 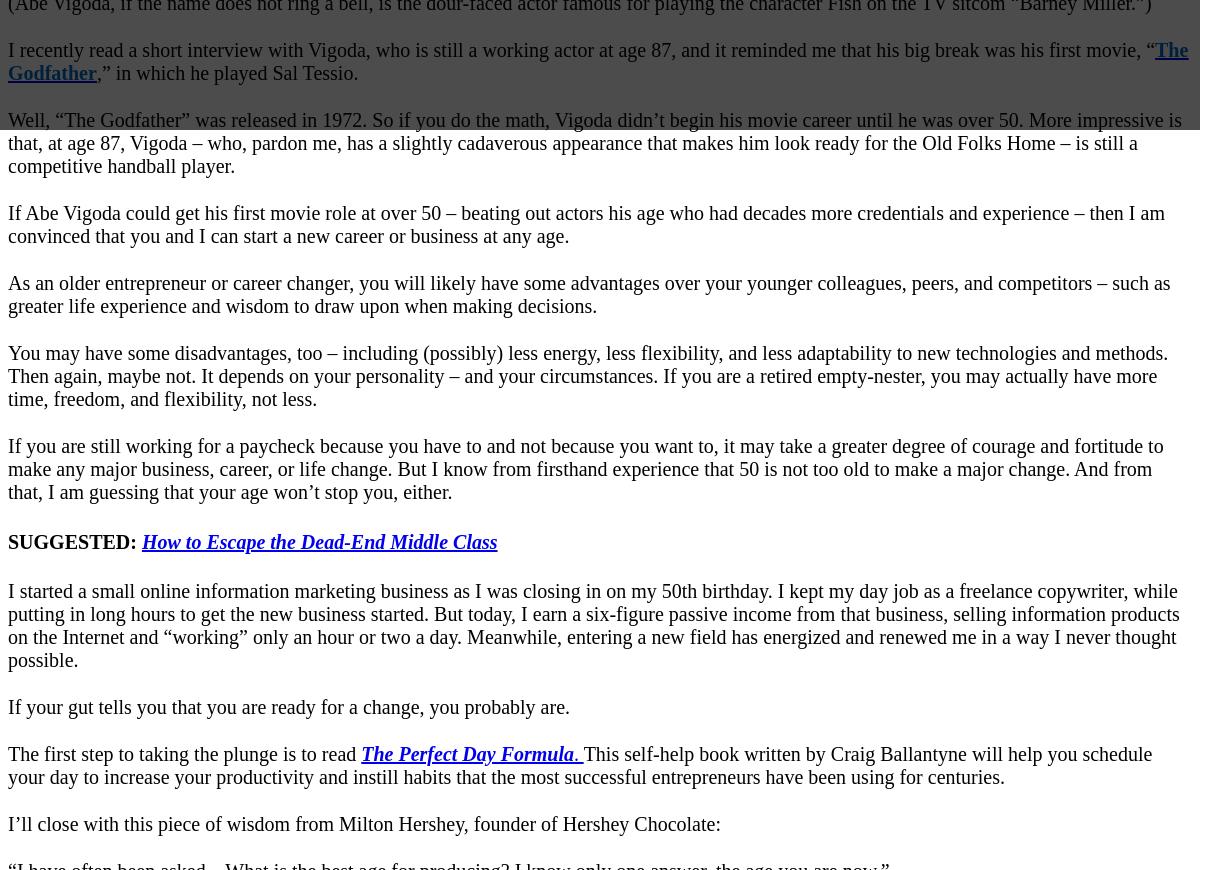 What do you see at coordinates (587, 294) in the screenshot?
I see `'As an older entrepreneur or career changer, you will likely have some advantages over your younger colleagues, peers, and competitors – such as greater life experience and wisdom to draw upon when making decisions.'` at bounding box center [587, 294].